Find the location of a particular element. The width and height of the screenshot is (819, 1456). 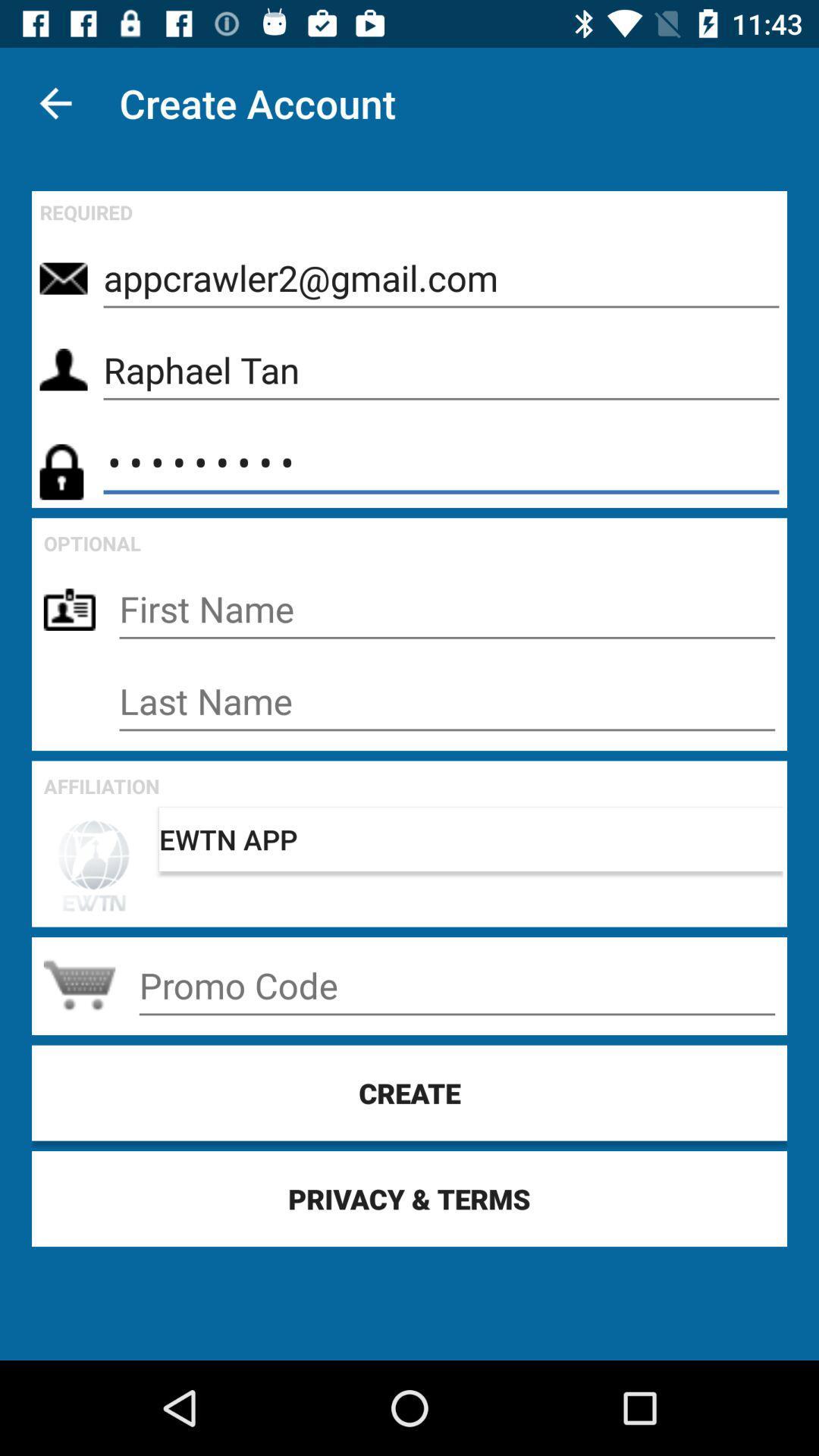

the privacy & terms is located at coordinates (409, 1197).